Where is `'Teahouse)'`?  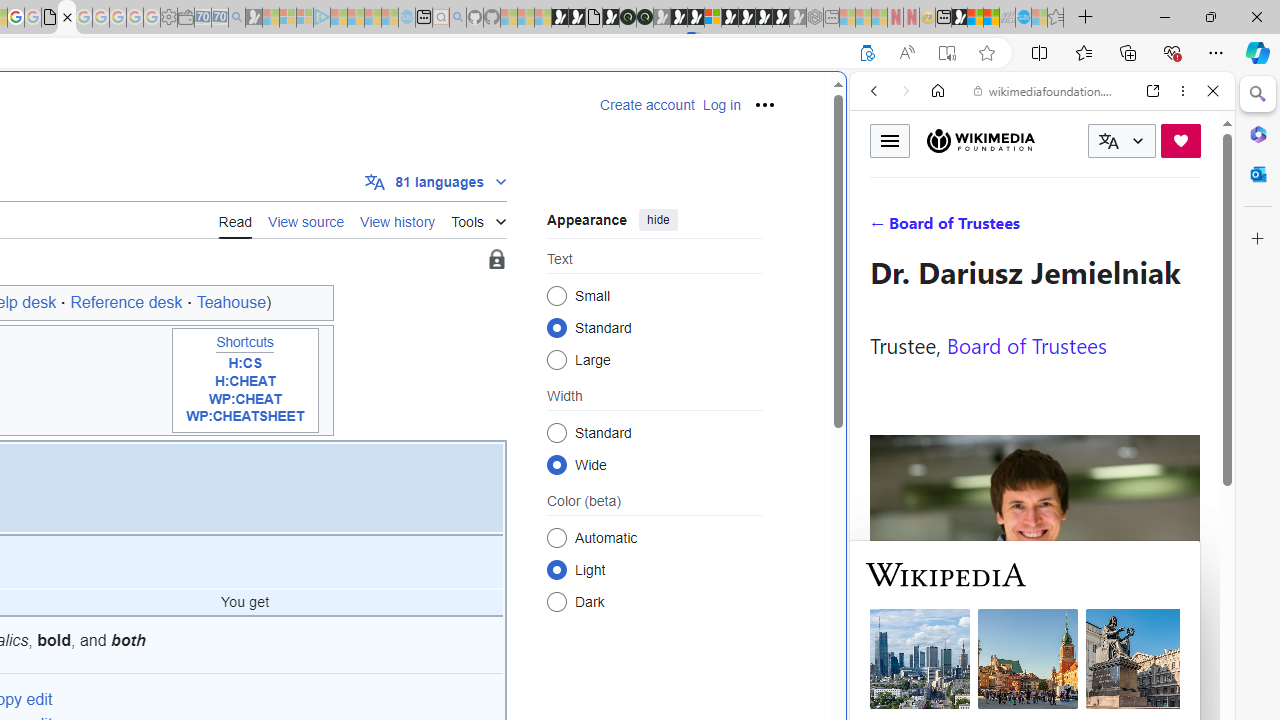 'Teahouse)' is located at coordinates (233, 302).